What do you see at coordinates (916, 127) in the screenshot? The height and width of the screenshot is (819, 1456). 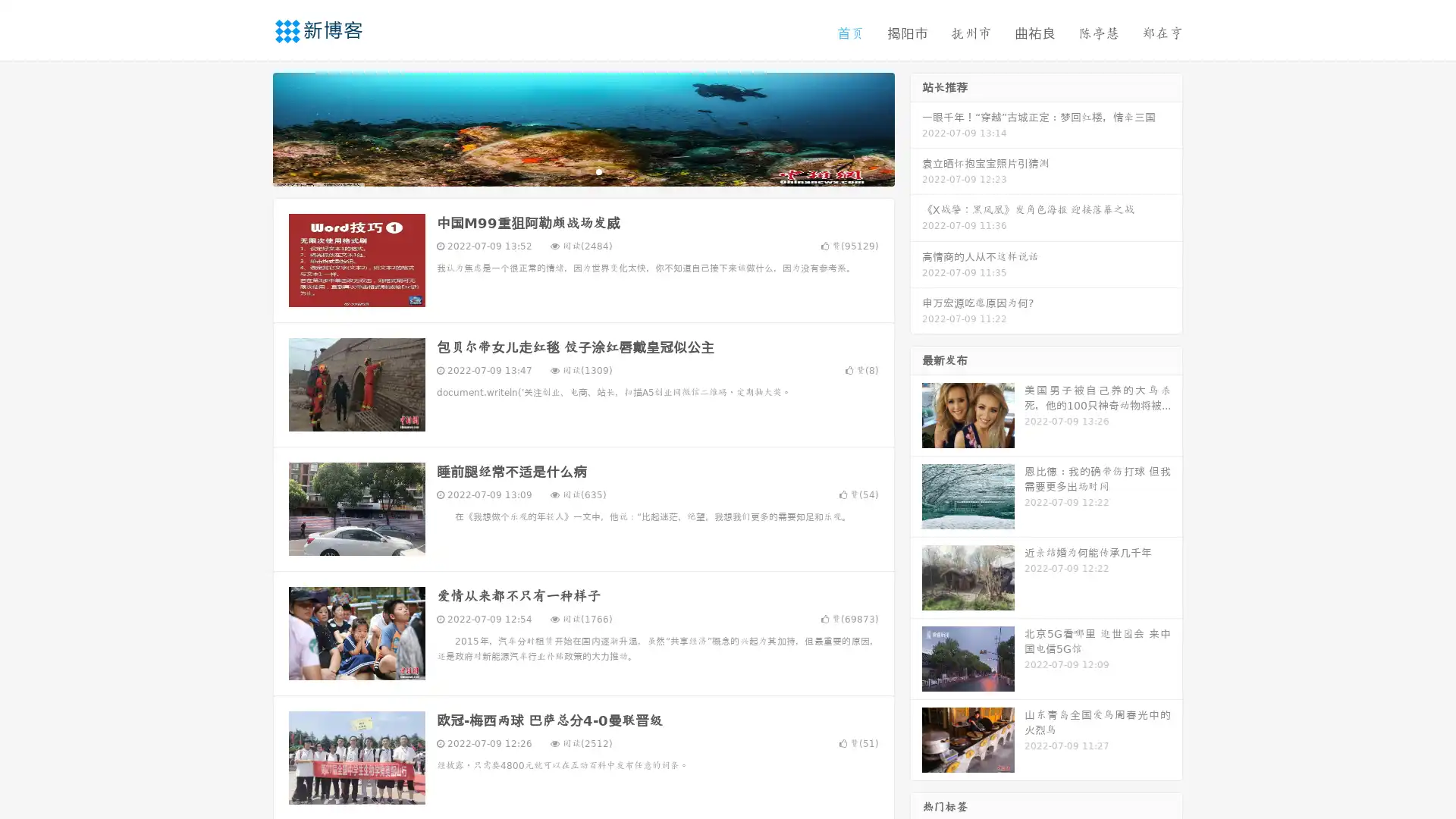 I see `Next slide` at bounding box center [916, 127].